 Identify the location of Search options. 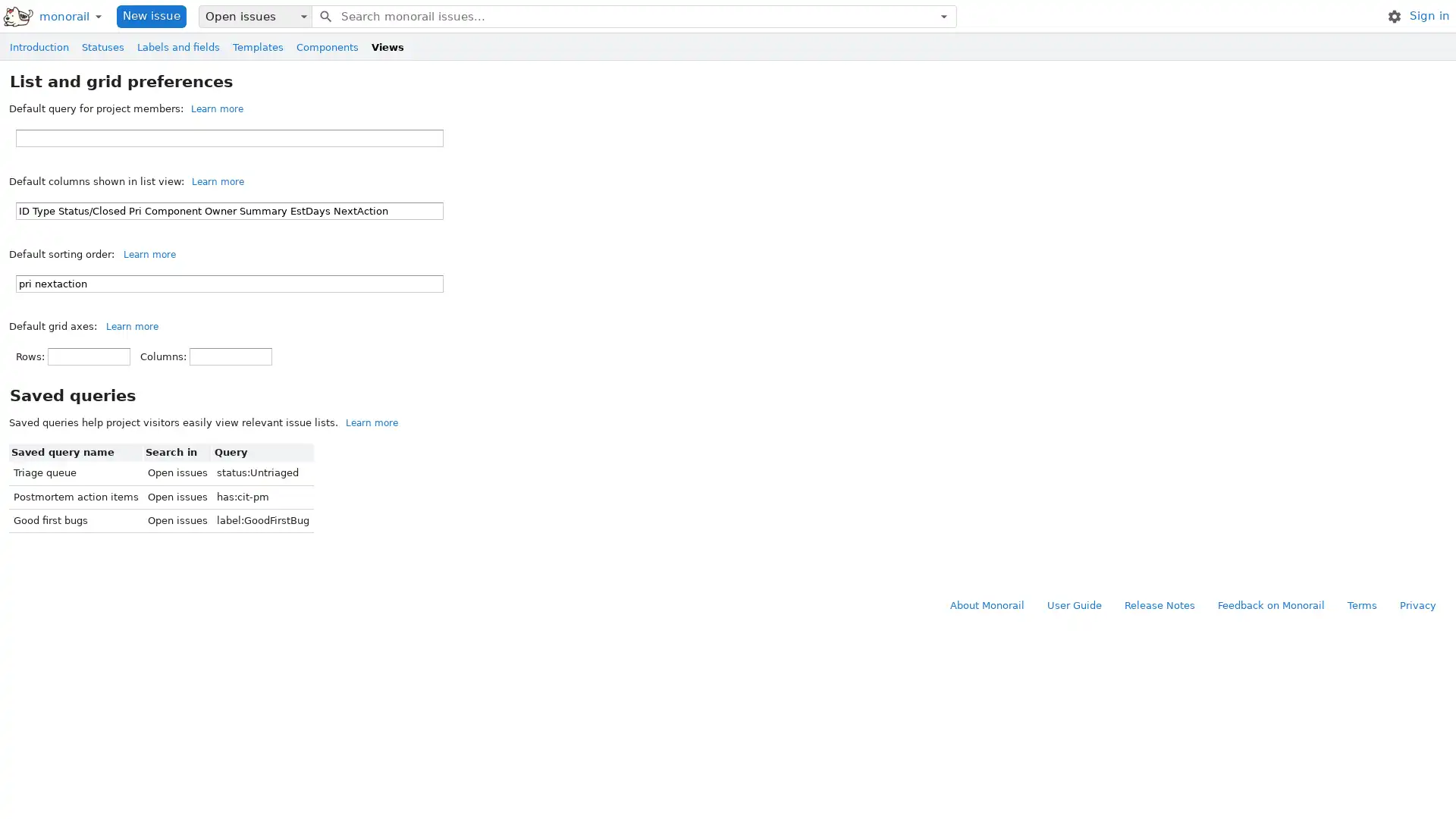
(943, 15).